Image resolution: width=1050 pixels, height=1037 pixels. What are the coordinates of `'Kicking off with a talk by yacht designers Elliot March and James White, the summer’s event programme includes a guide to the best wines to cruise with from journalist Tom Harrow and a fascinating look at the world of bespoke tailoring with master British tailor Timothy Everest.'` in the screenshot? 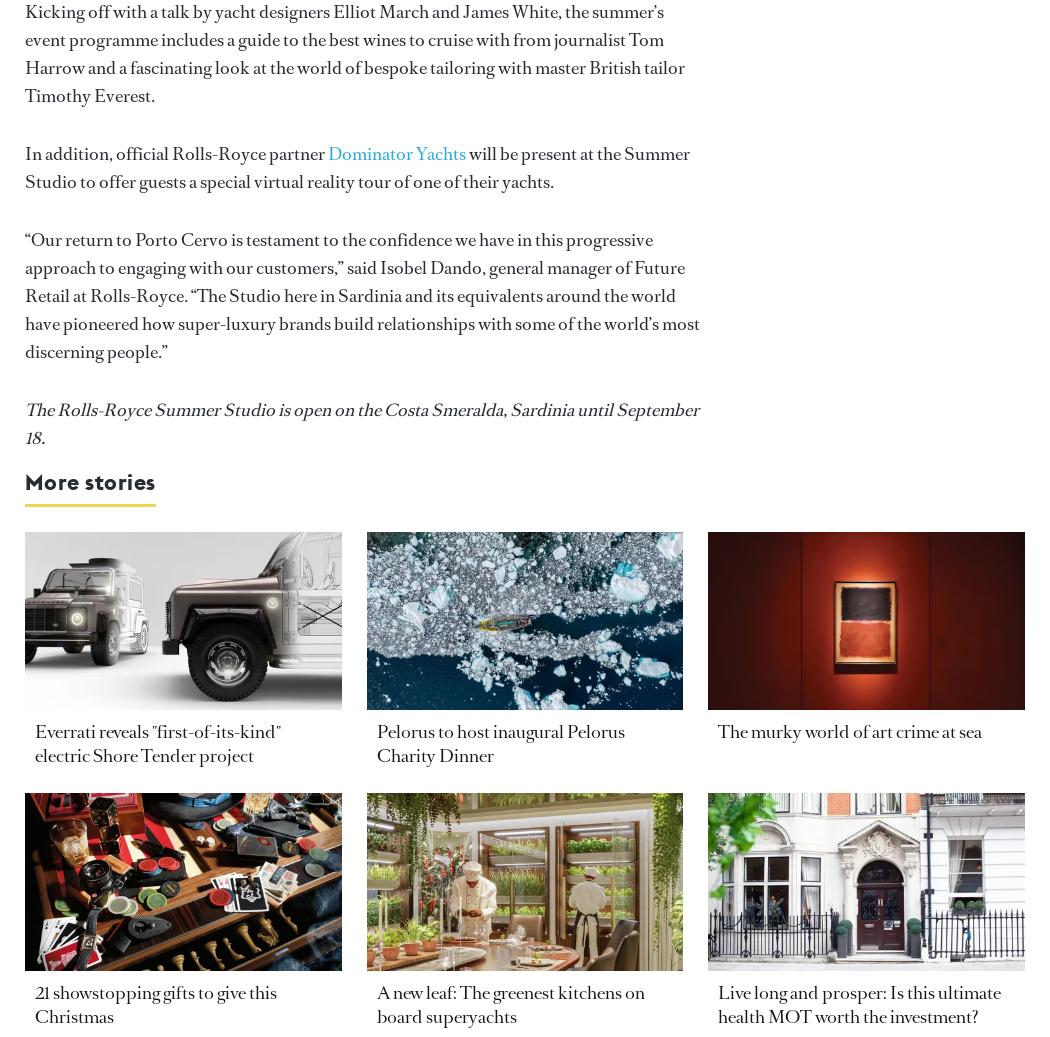 It's located at (24, 53).